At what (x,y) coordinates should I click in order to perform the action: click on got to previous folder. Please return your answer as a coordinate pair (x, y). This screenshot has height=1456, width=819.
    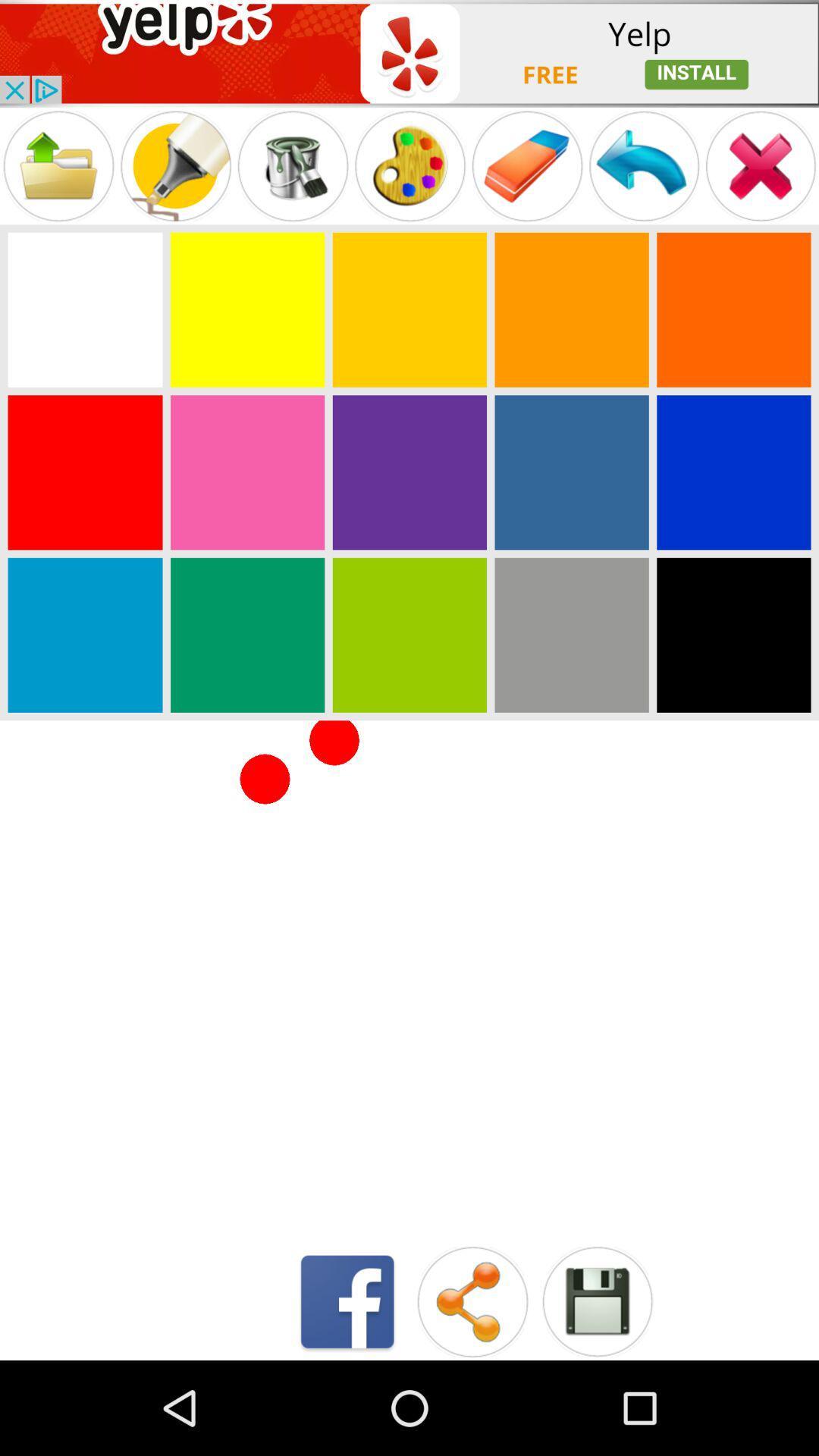
    Looking at the image, I should click on (58, 166).